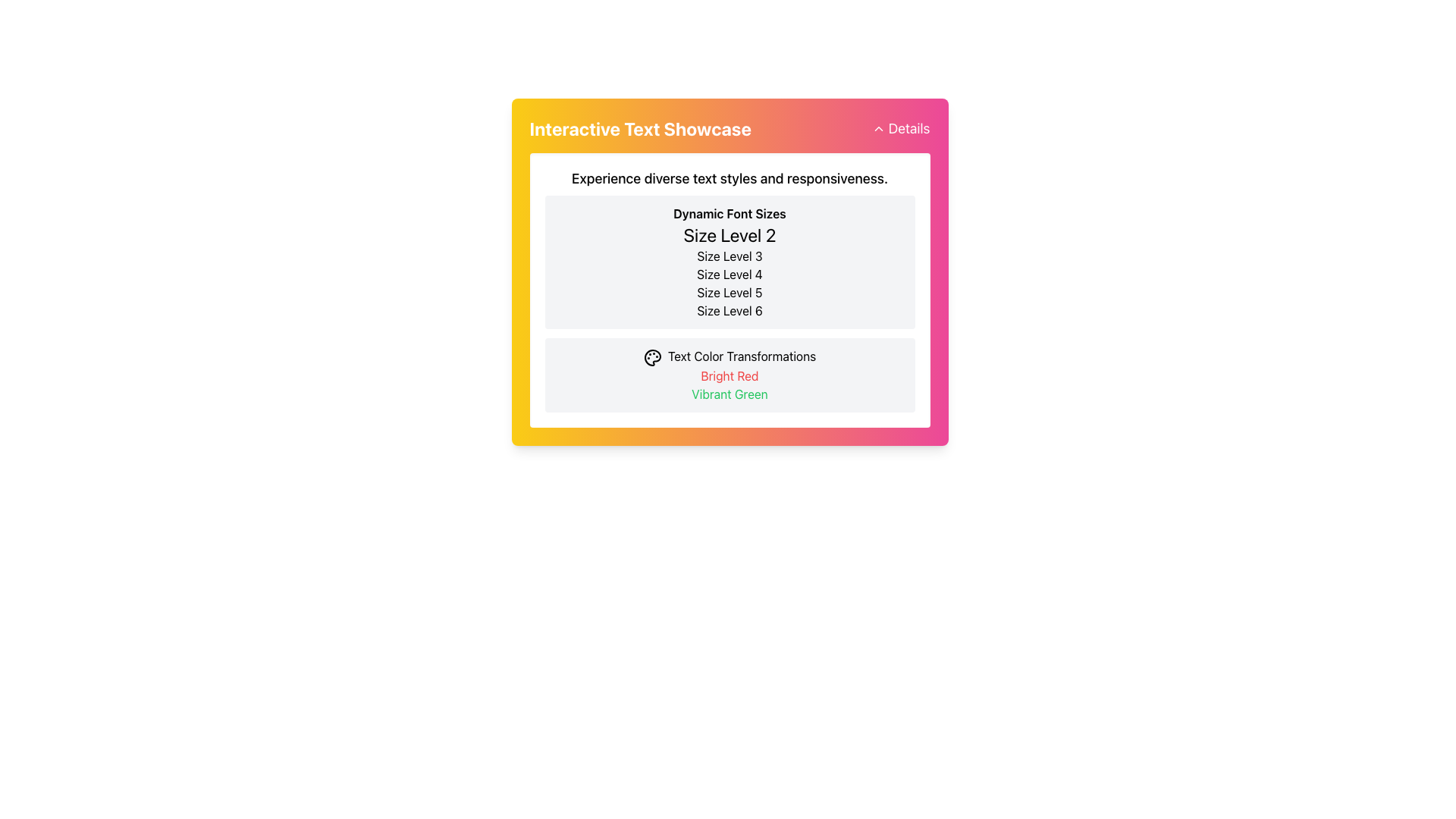 This screenshot has height=819, width=1456. Describe the element at coordinates (640, 127) in the screenshot. I see `the title text display located at the top-left section of the overlay card, which summarizes the card's content and is positioned next to the 'Details' link and the chevron icon` at that location.